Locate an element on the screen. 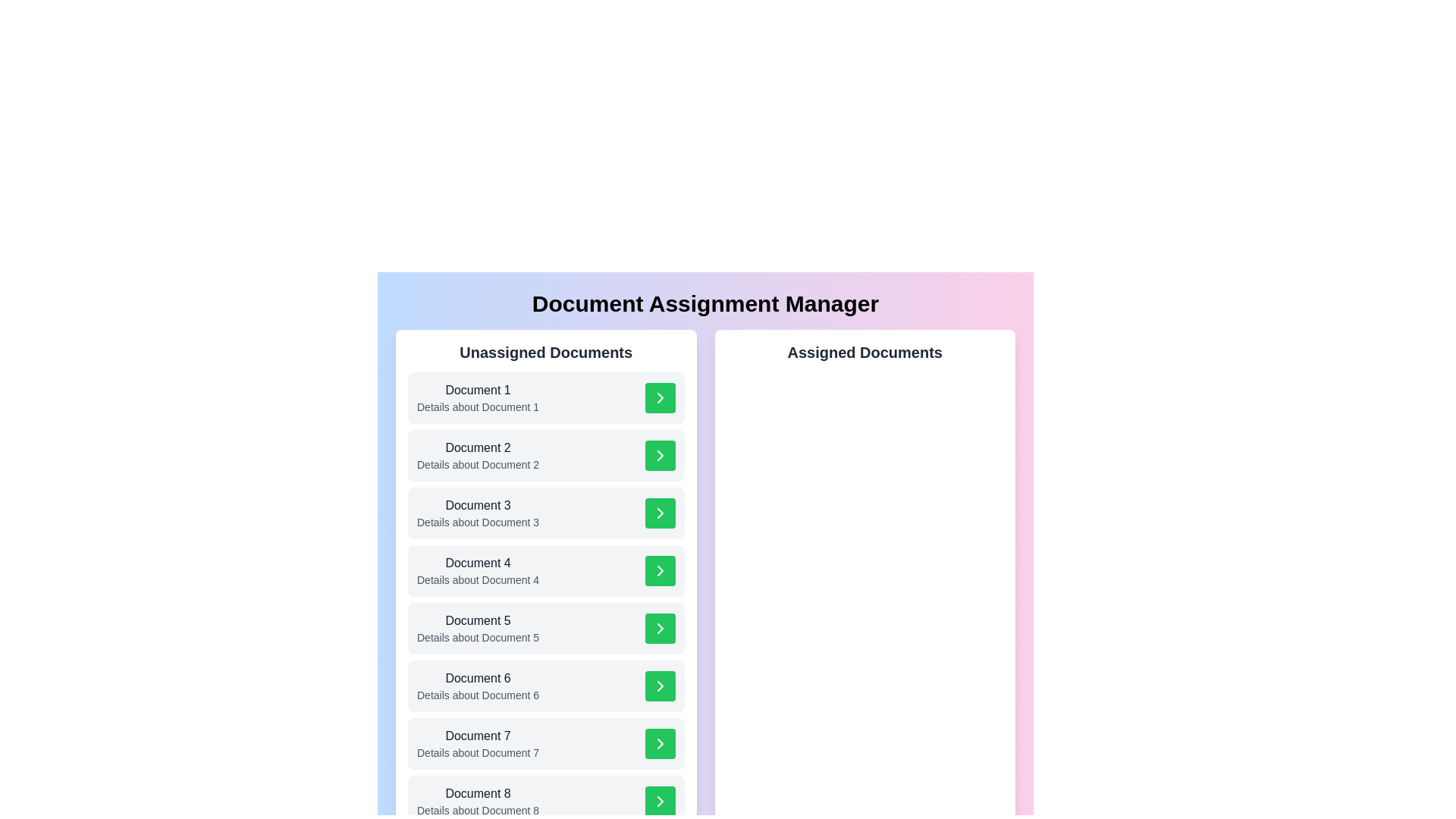 The width and height of the screenshot is (1456, 819). the chevron-shaped icon button within the green circular button located in the 'Unassigned Documents' column for 'Document 5' is located at coordinates (660, 629).